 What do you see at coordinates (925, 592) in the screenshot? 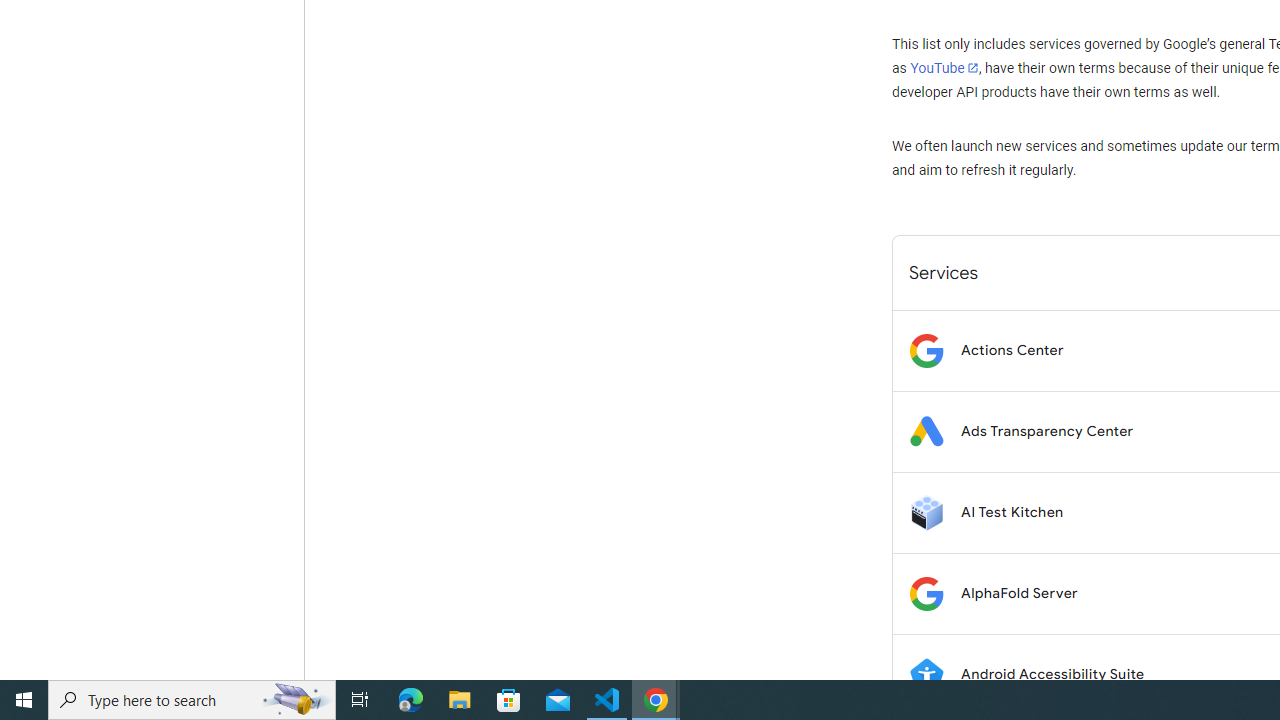
I see `'Logo for AlphaFold Server'` at bounding box center [925, 592].